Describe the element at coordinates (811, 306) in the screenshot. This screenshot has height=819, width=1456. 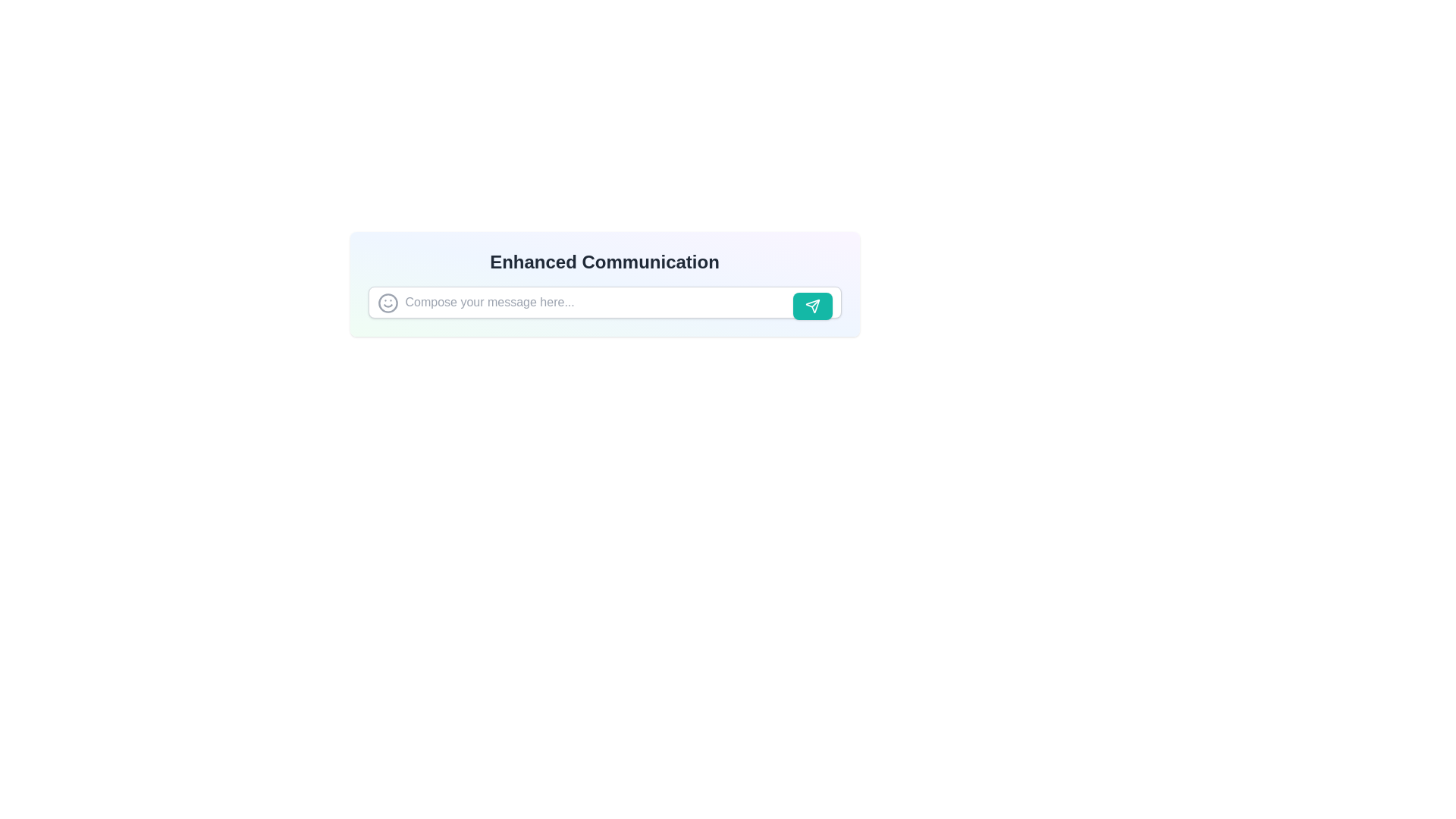
I see `the submit button represented by an SVG icon located at the far right of the text input field` at that location.